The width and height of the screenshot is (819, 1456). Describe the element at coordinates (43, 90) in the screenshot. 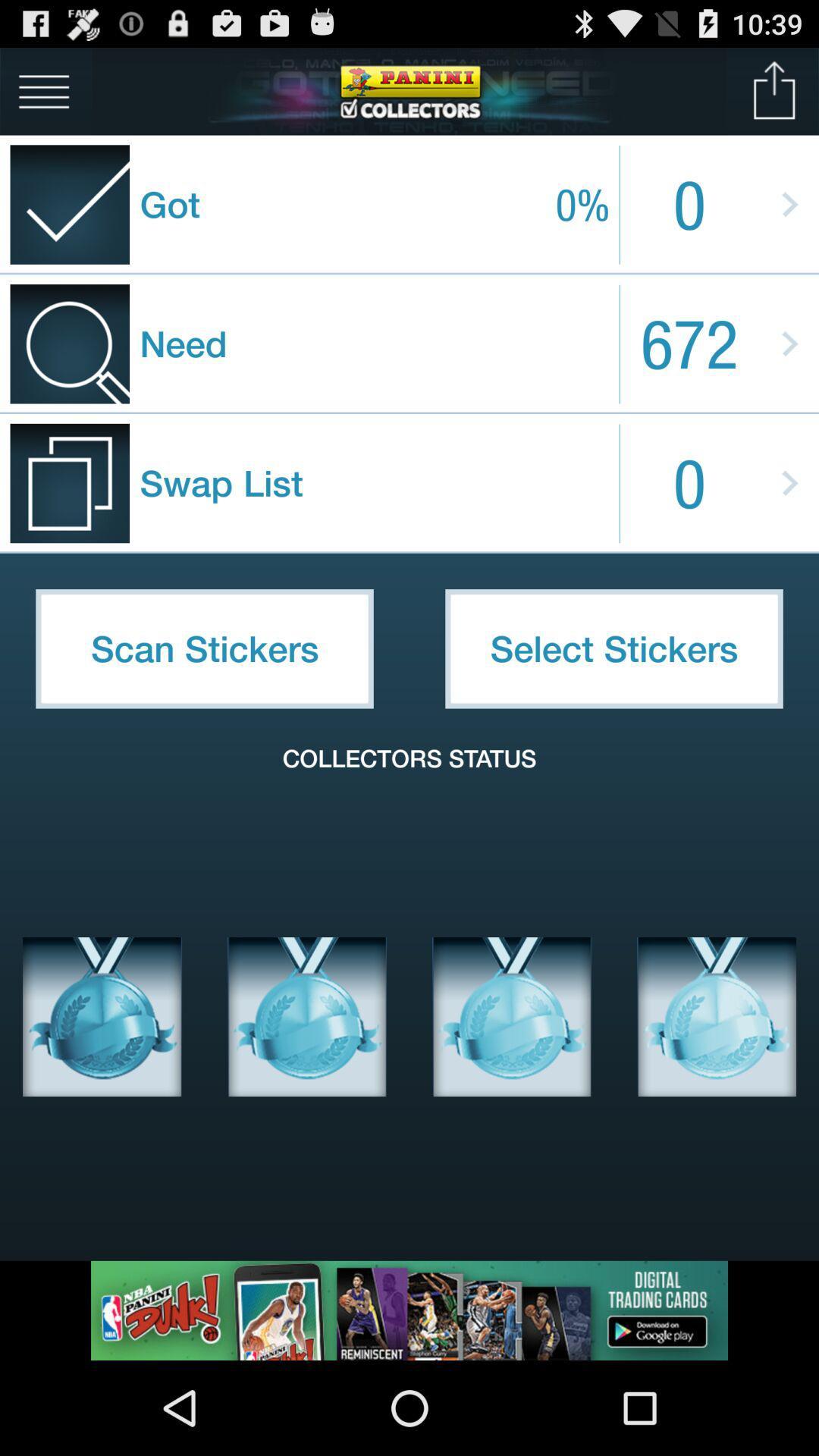

I see `the icon to the left of the got item` at that location.